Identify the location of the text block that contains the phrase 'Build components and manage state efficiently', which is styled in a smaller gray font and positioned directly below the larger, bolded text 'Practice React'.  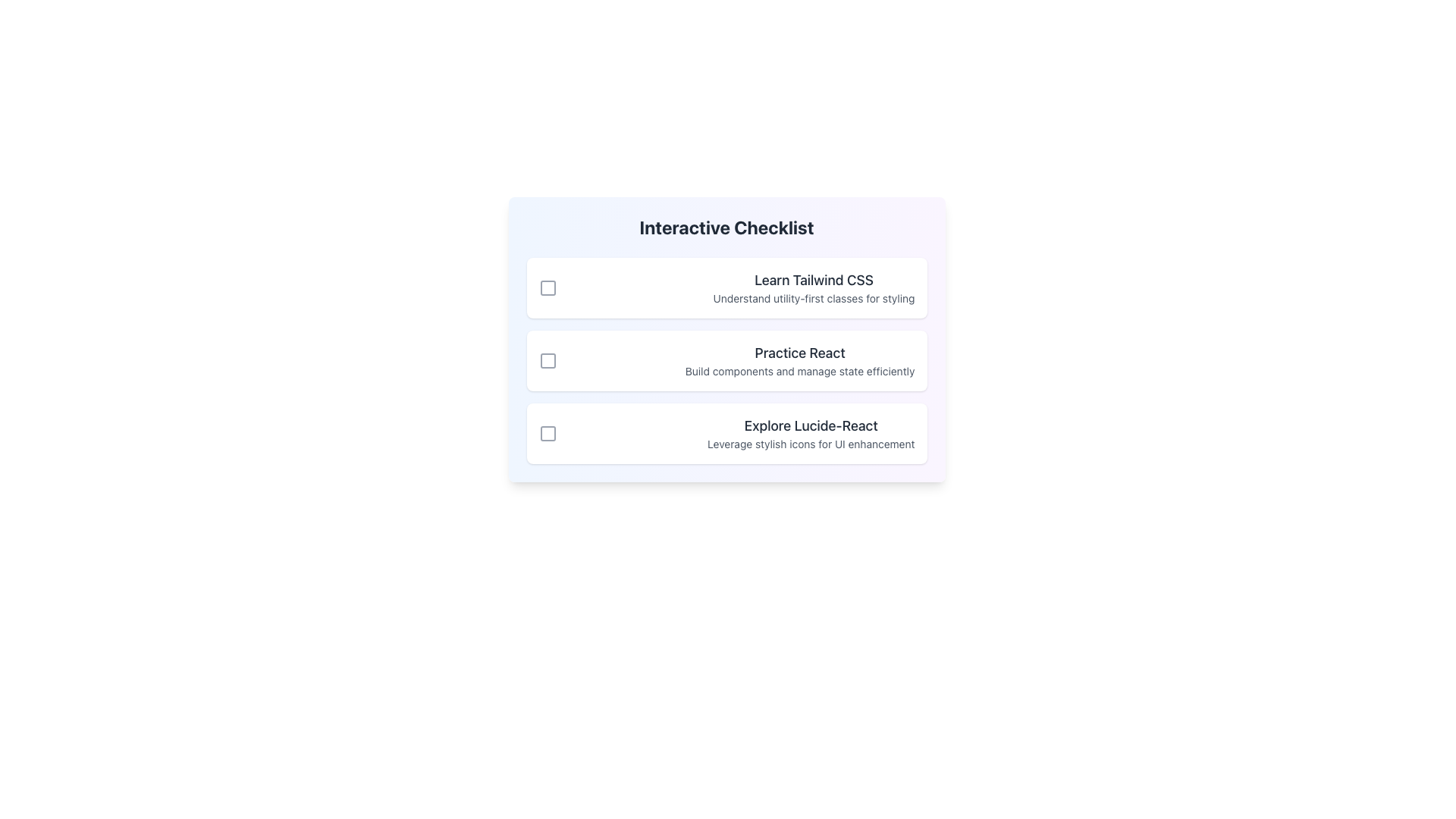
(799, 371).